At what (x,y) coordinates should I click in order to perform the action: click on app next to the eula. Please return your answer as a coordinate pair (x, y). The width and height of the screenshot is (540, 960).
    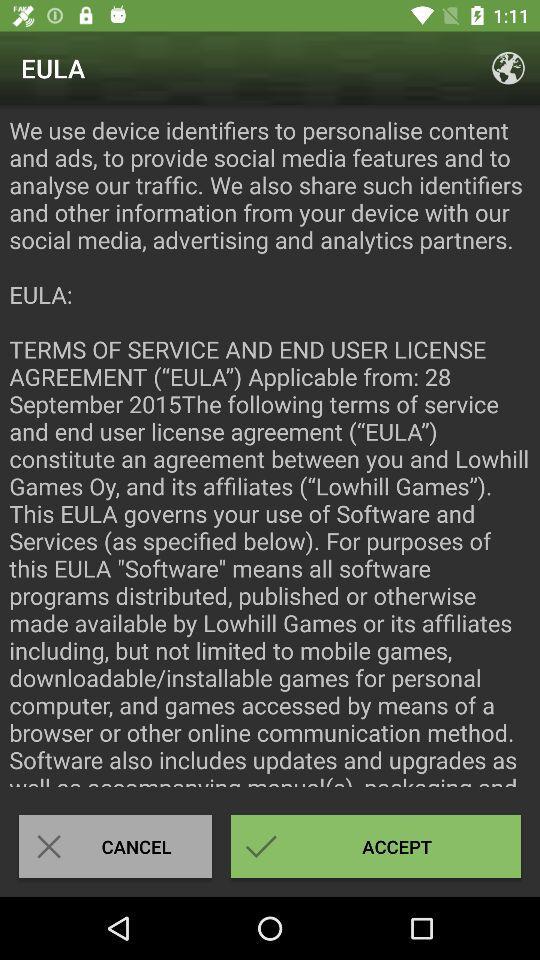
    Looking at the image, I should click on (508, 68).